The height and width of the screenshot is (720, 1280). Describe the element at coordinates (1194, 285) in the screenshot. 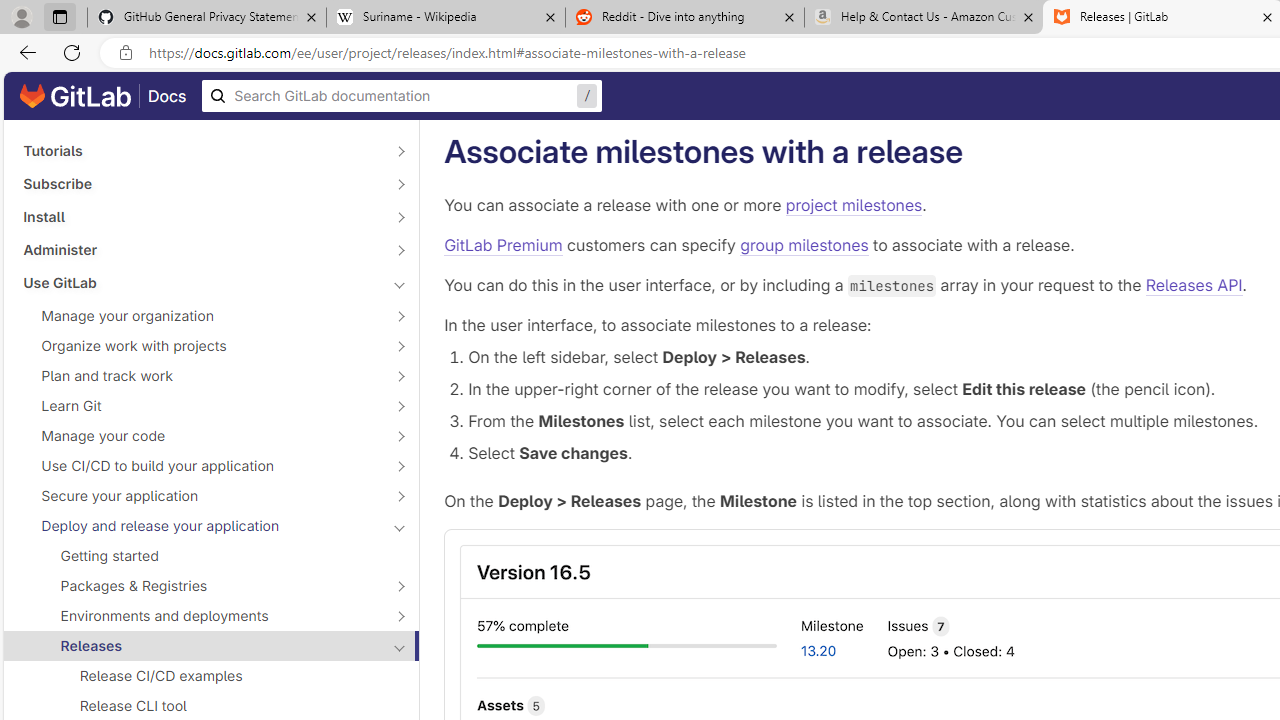

I see `'Releases API'` at that location.